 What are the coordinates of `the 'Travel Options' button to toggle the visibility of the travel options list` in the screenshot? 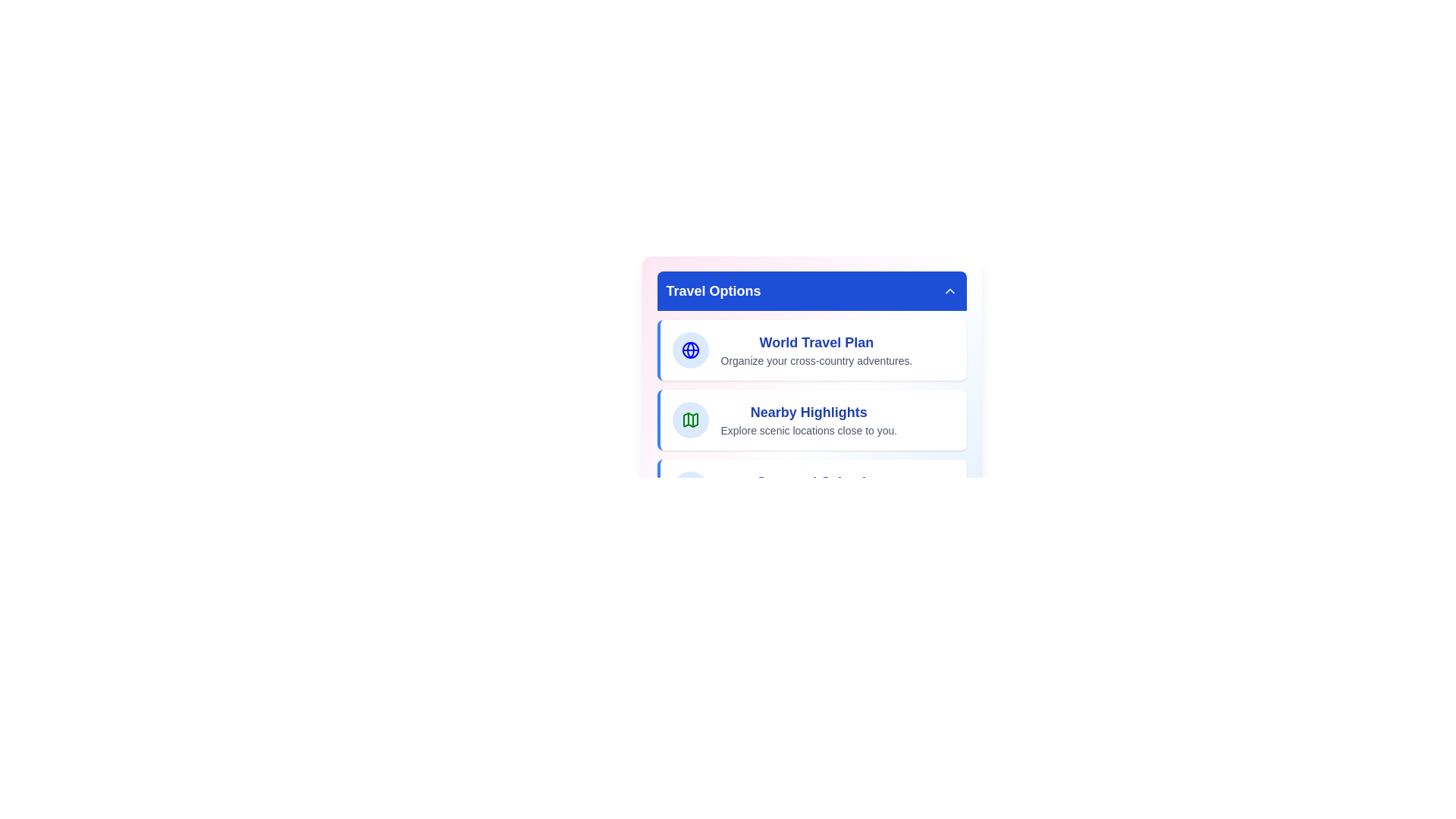 It's located at (811, 291).